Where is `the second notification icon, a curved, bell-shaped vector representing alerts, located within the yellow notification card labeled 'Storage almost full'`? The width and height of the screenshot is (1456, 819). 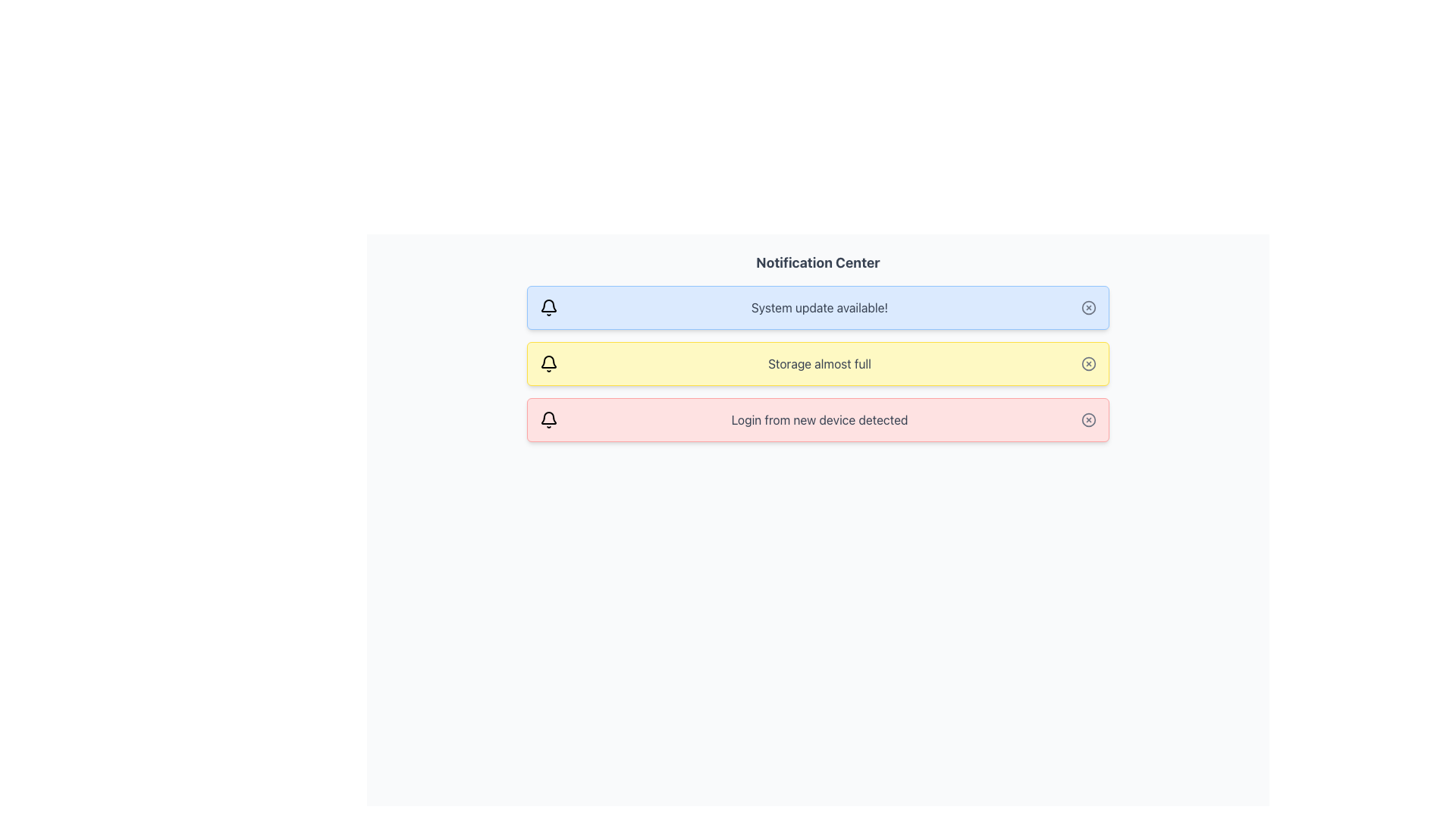 the second notification icon, a curved, bell-shaped vector representing alerts, located within the yellow notification card labeled 'Storage almost full' is located at coordinates (548, 362).